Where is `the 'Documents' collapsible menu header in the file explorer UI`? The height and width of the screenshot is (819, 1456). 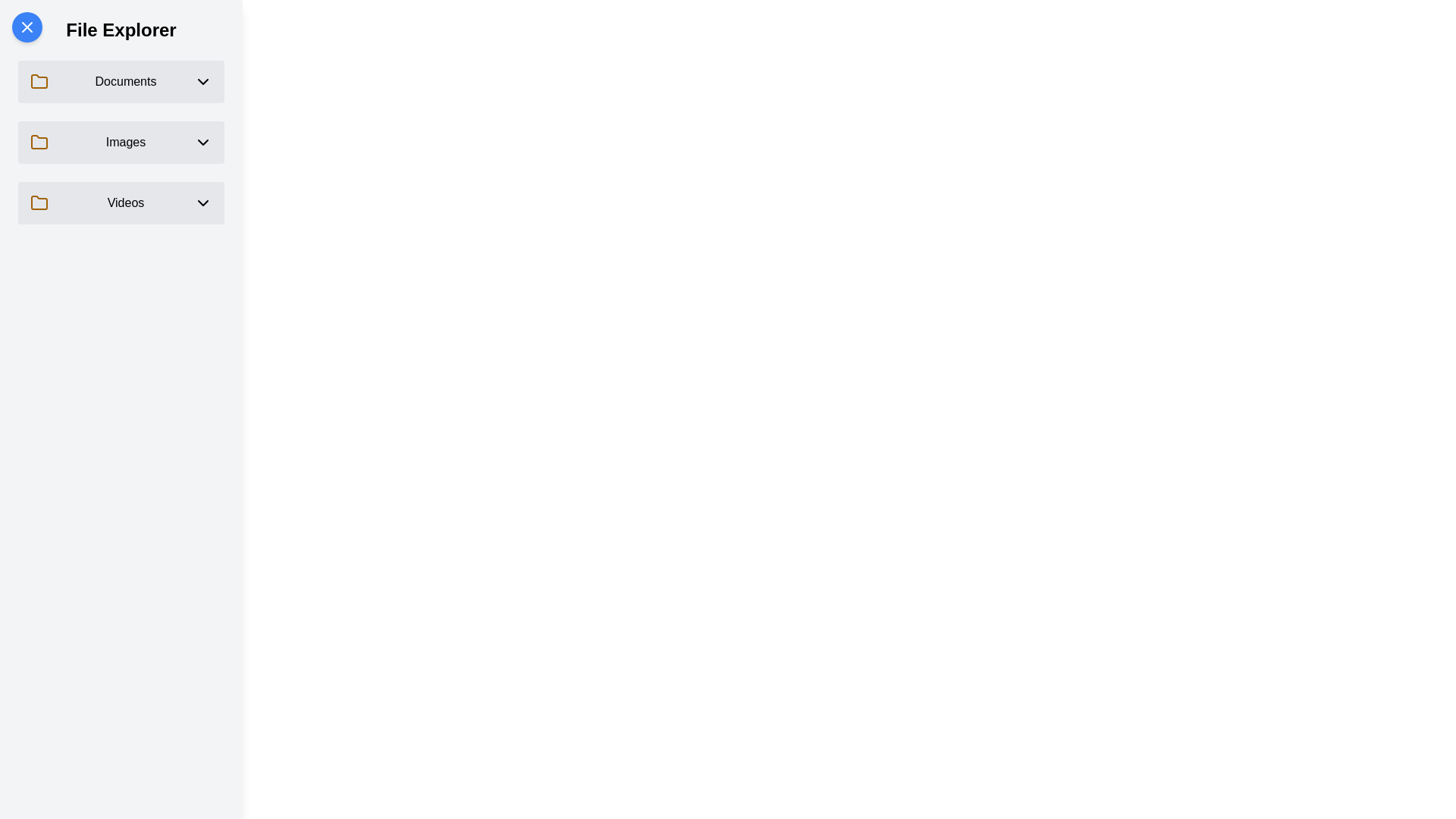
the 'Documents' collapsible menu header in the file explorer UI is located at coordinates (120, 82).